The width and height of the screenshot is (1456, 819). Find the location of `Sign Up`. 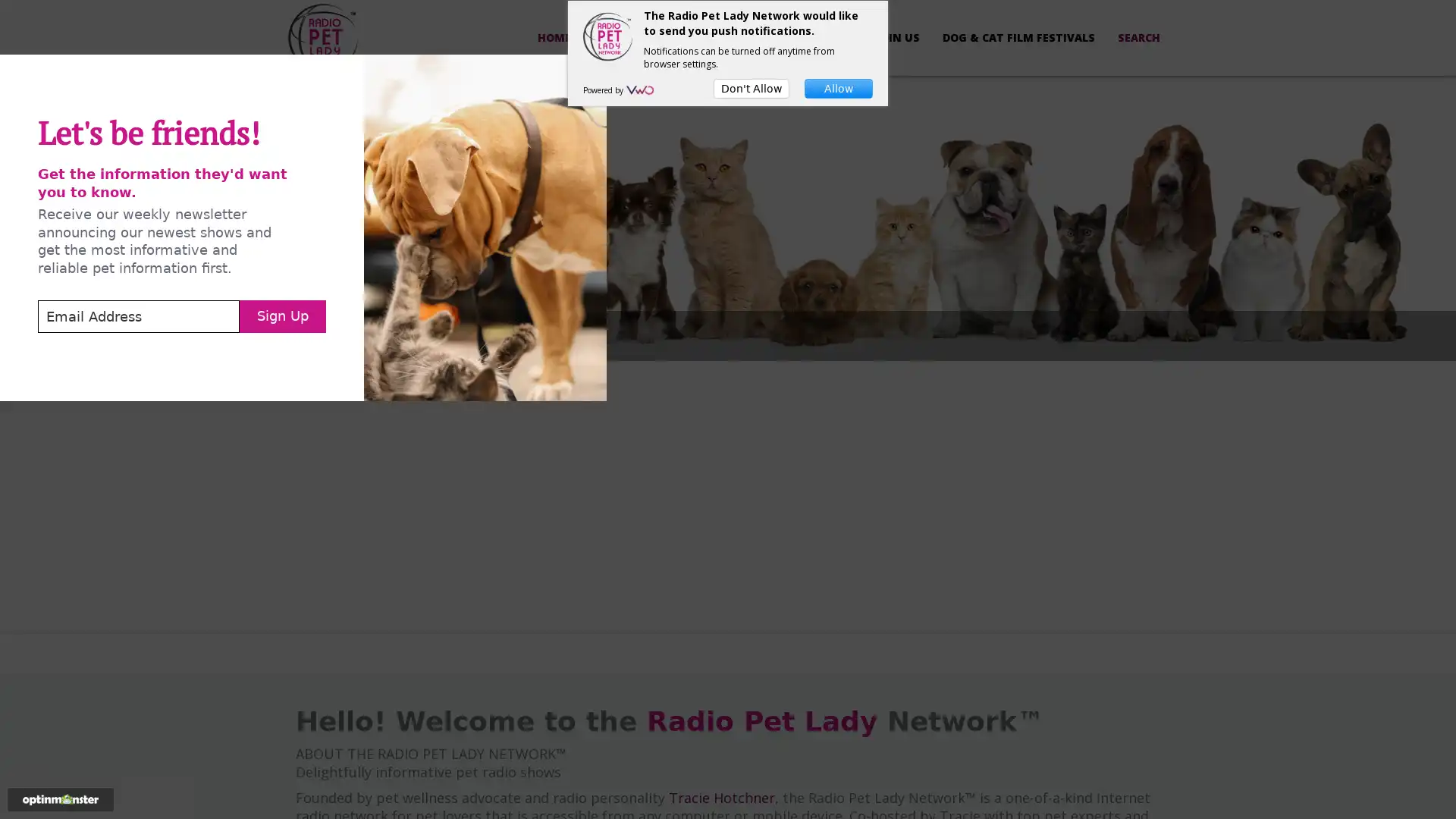

Sign Up is located at coordinates (706, 497).